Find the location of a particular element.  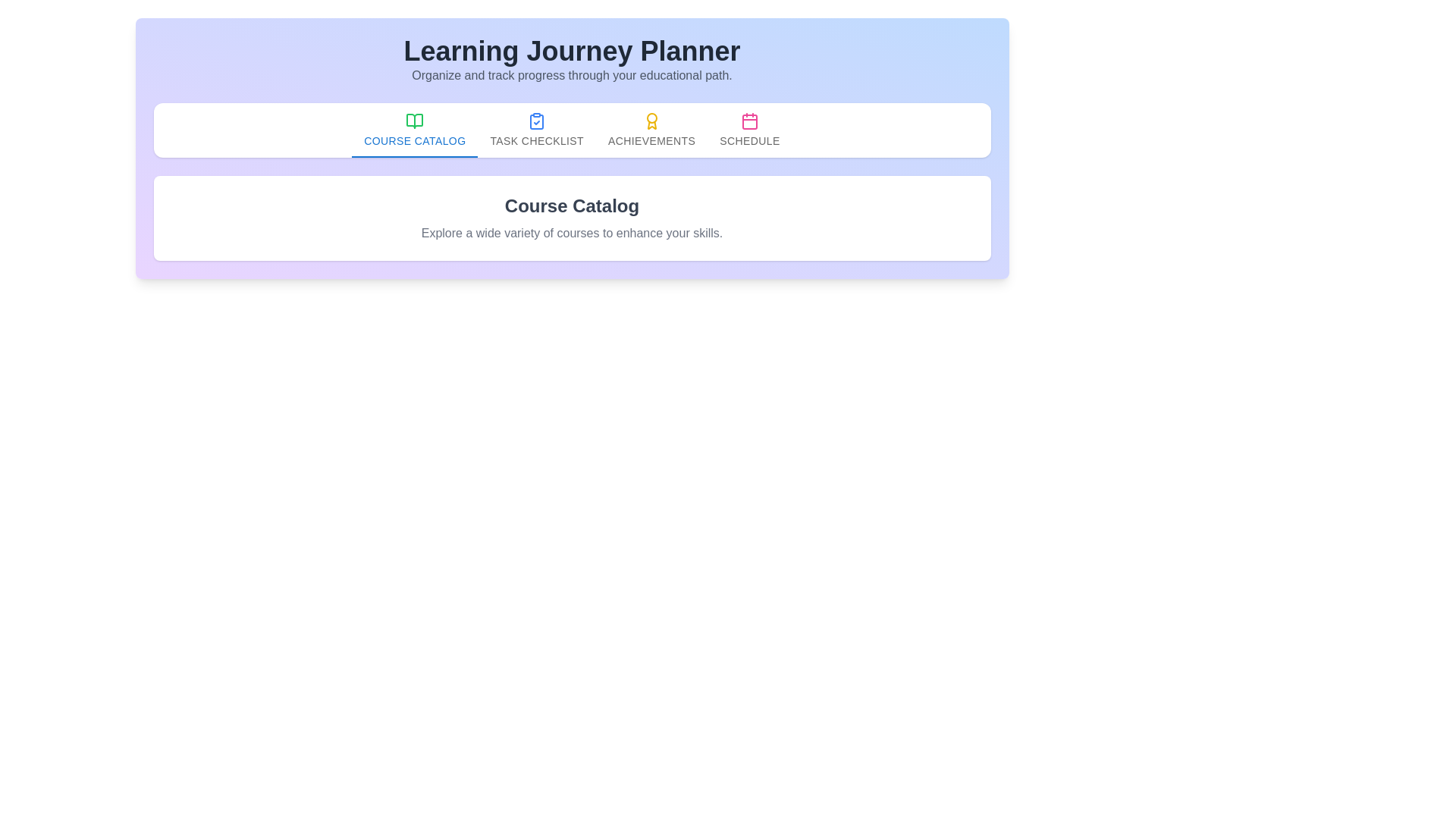

the visual indicator located underneath the 'Course Catalog' tab in the navigation bar to check the active tab selection is located at coordinates (415, 157).